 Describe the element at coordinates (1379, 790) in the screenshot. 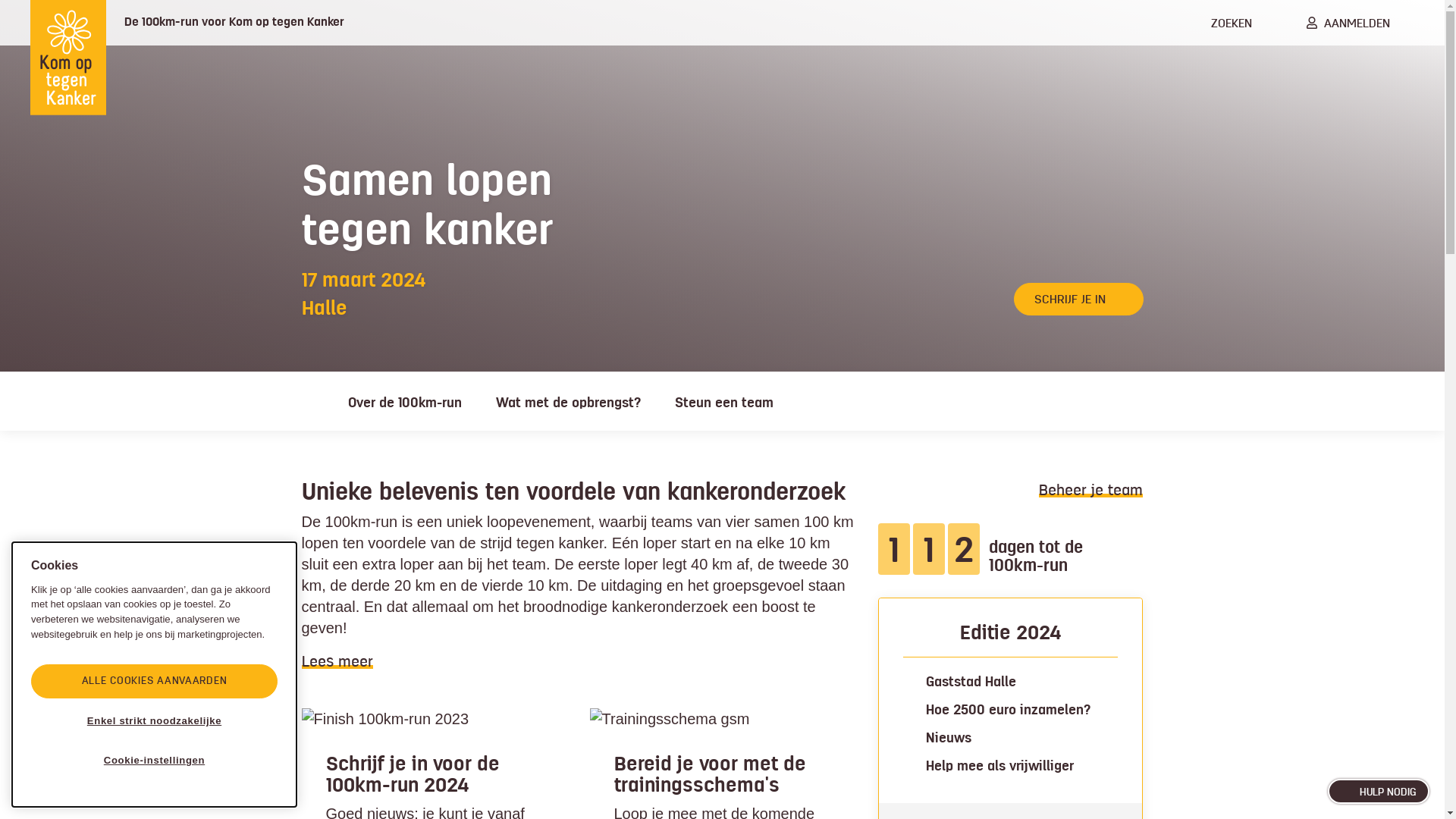

I see `'HULP NODIG'` at that location.